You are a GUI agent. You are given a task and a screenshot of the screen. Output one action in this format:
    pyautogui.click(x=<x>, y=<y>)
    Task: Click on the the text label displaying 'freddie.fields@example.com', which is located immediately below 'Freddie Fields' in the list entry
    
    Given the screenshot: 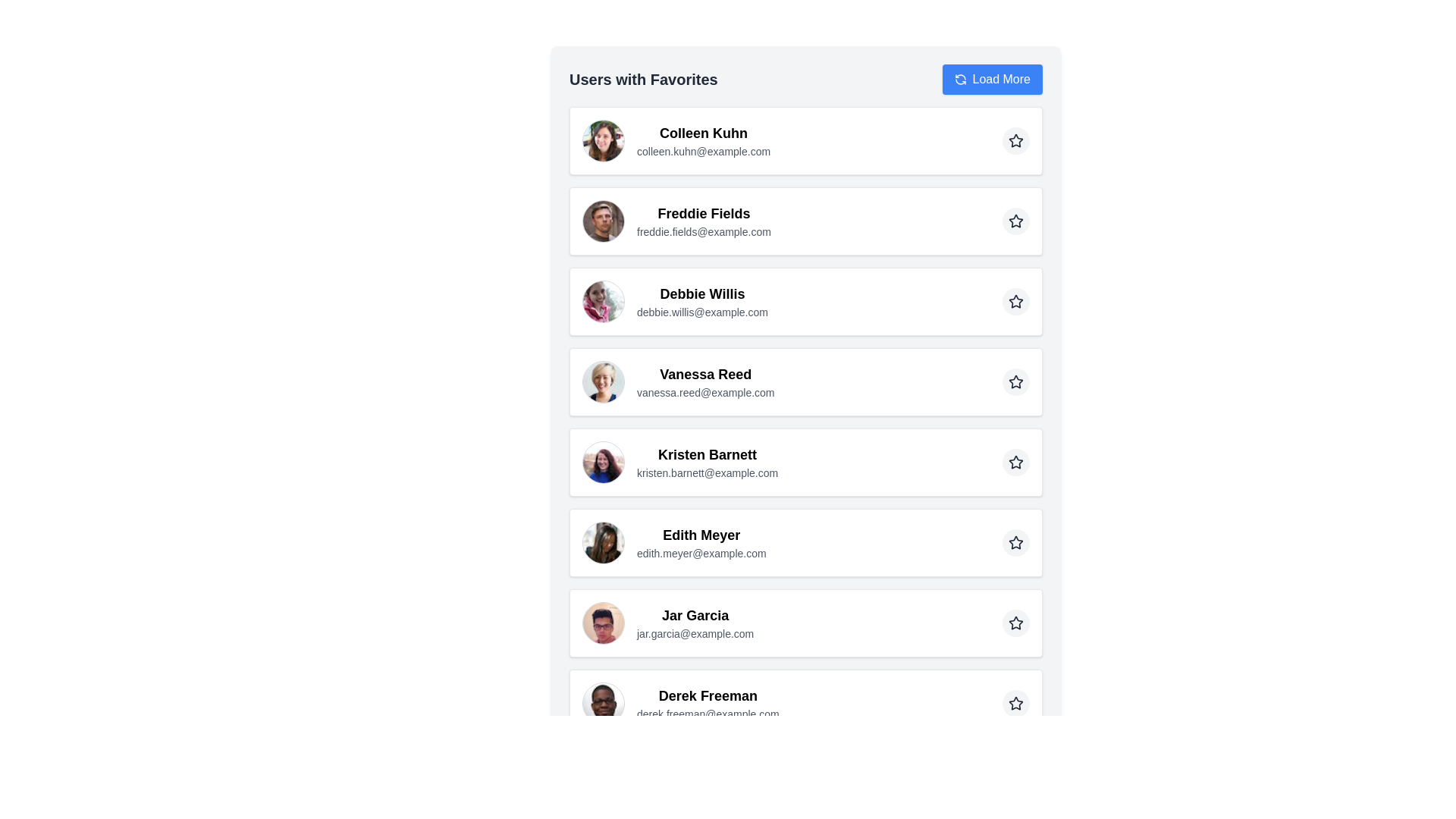 What is the action you would take?
    pyautogui.click(x=703, y=231)
    